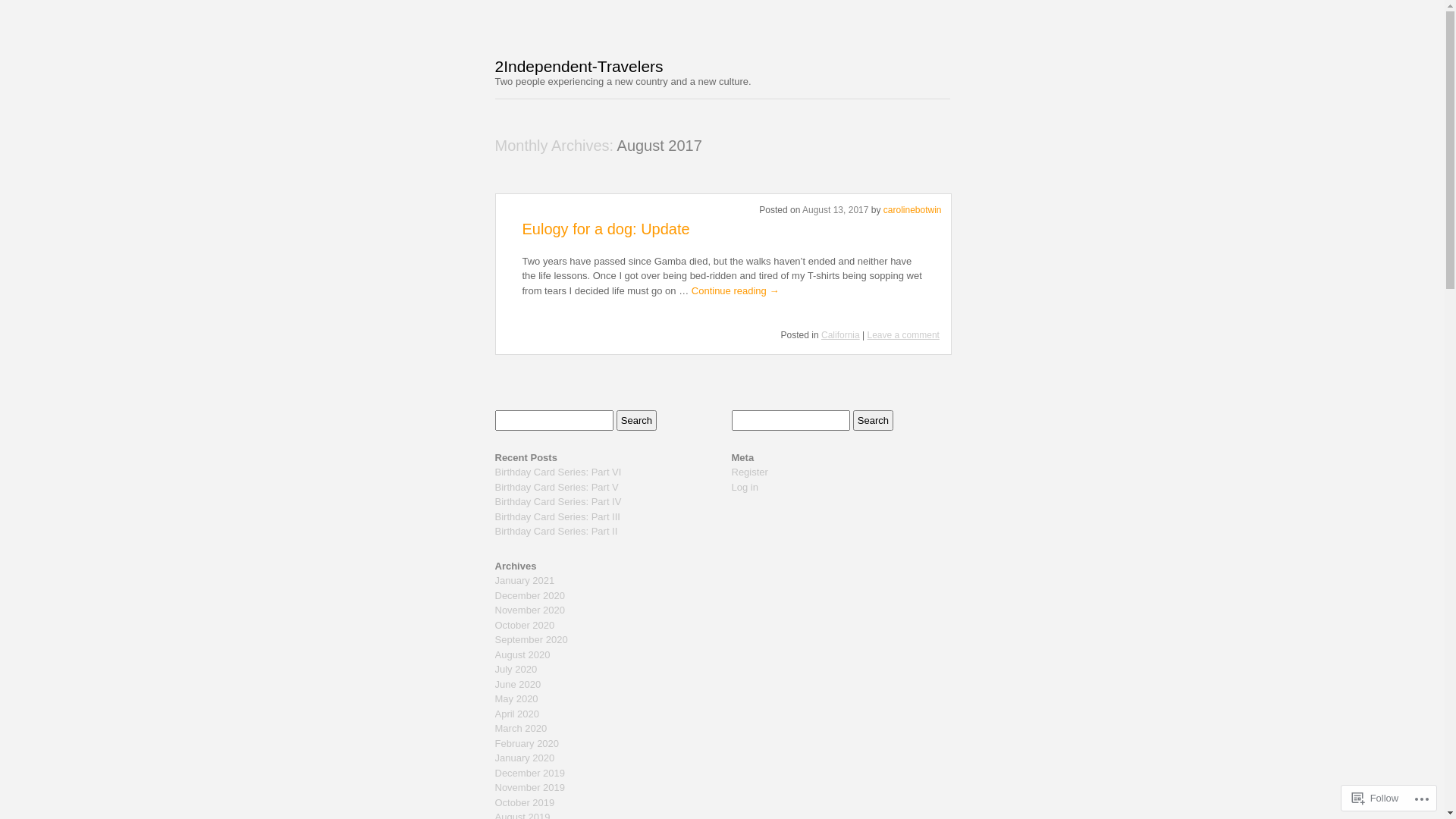 This screenshot has height=819, width=1456. Describe the element at coordinates (749, 471) in the screenshot. I see `'Register'` at that location.